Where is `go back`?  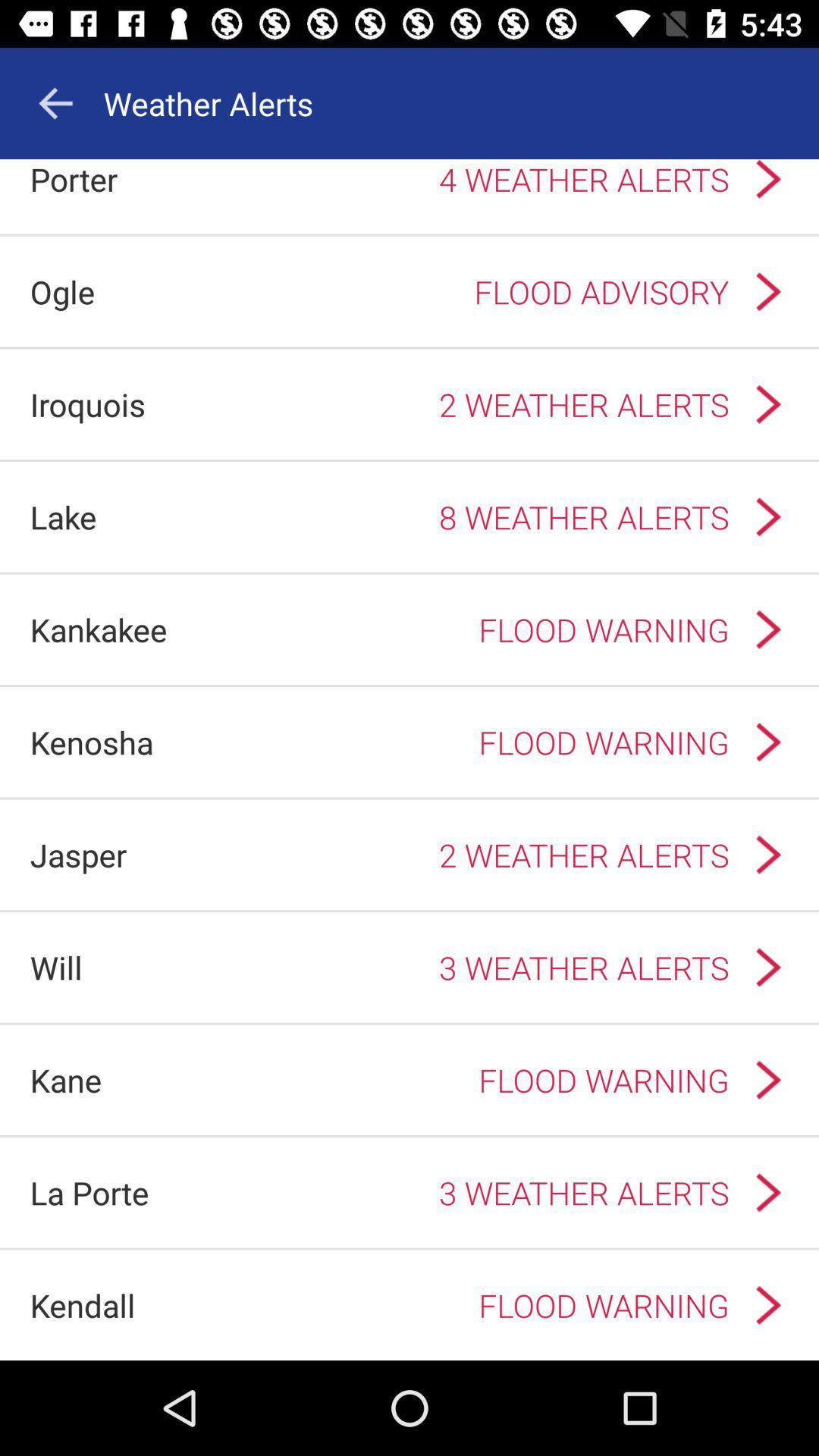
go back is located at coordinates (55, 102).